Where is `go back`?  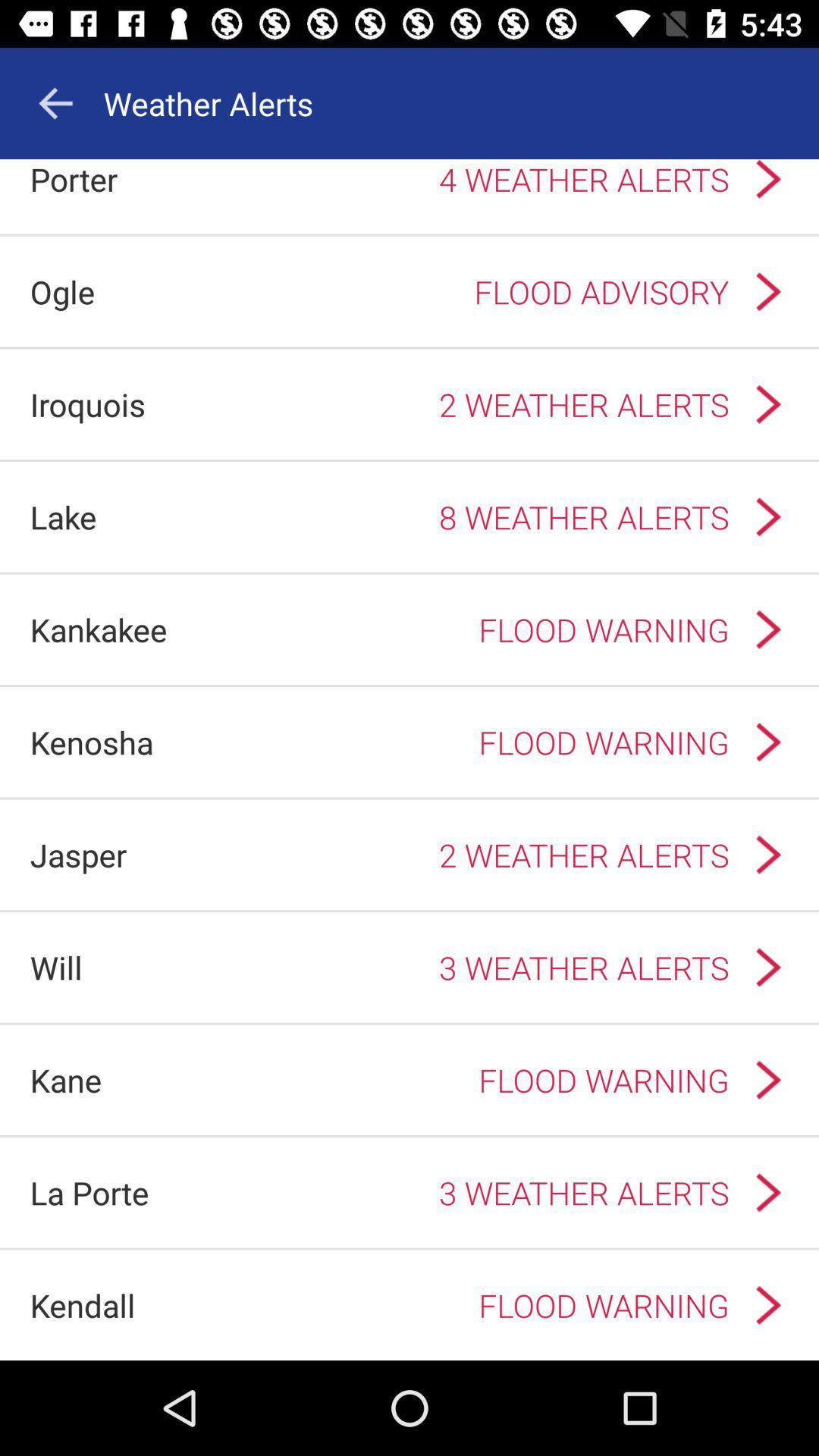
go back is located at coordinates (55, 102).